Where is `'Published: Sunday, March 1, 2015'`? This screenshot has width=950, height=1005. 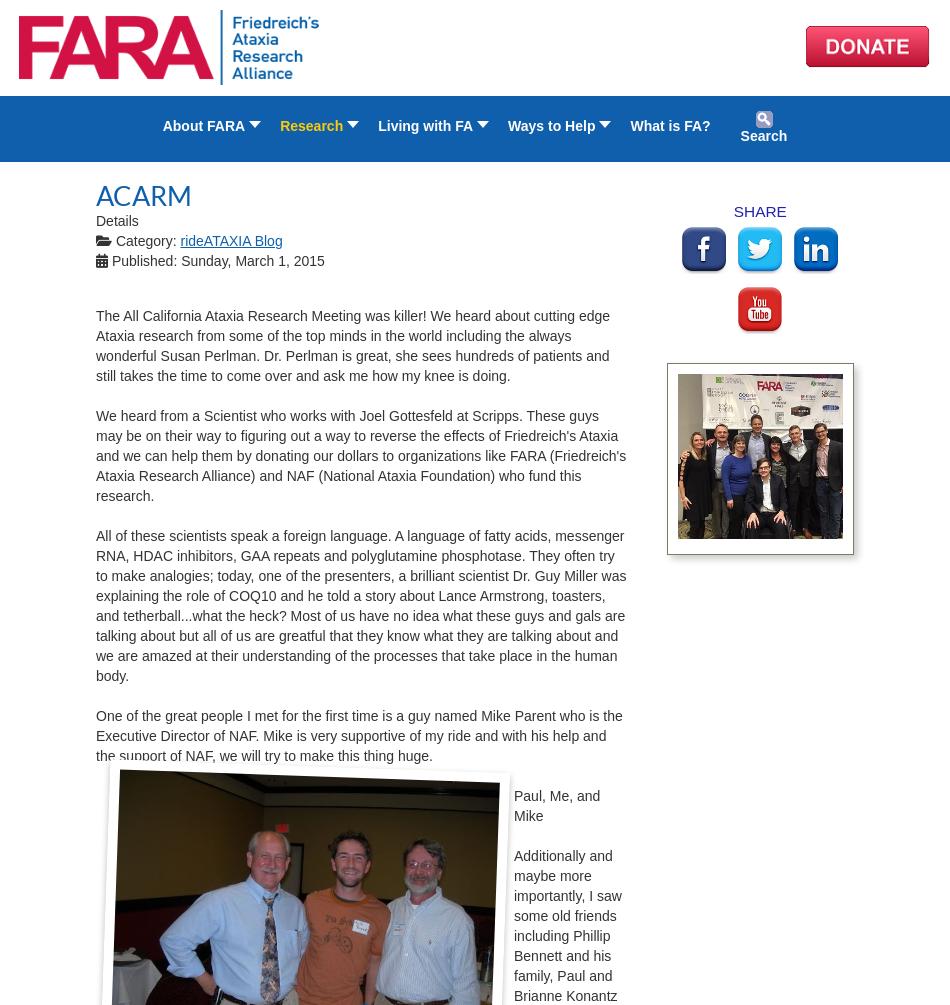
'Published: Sunday, March 1, 2015' is located at coordinates (110, 259).